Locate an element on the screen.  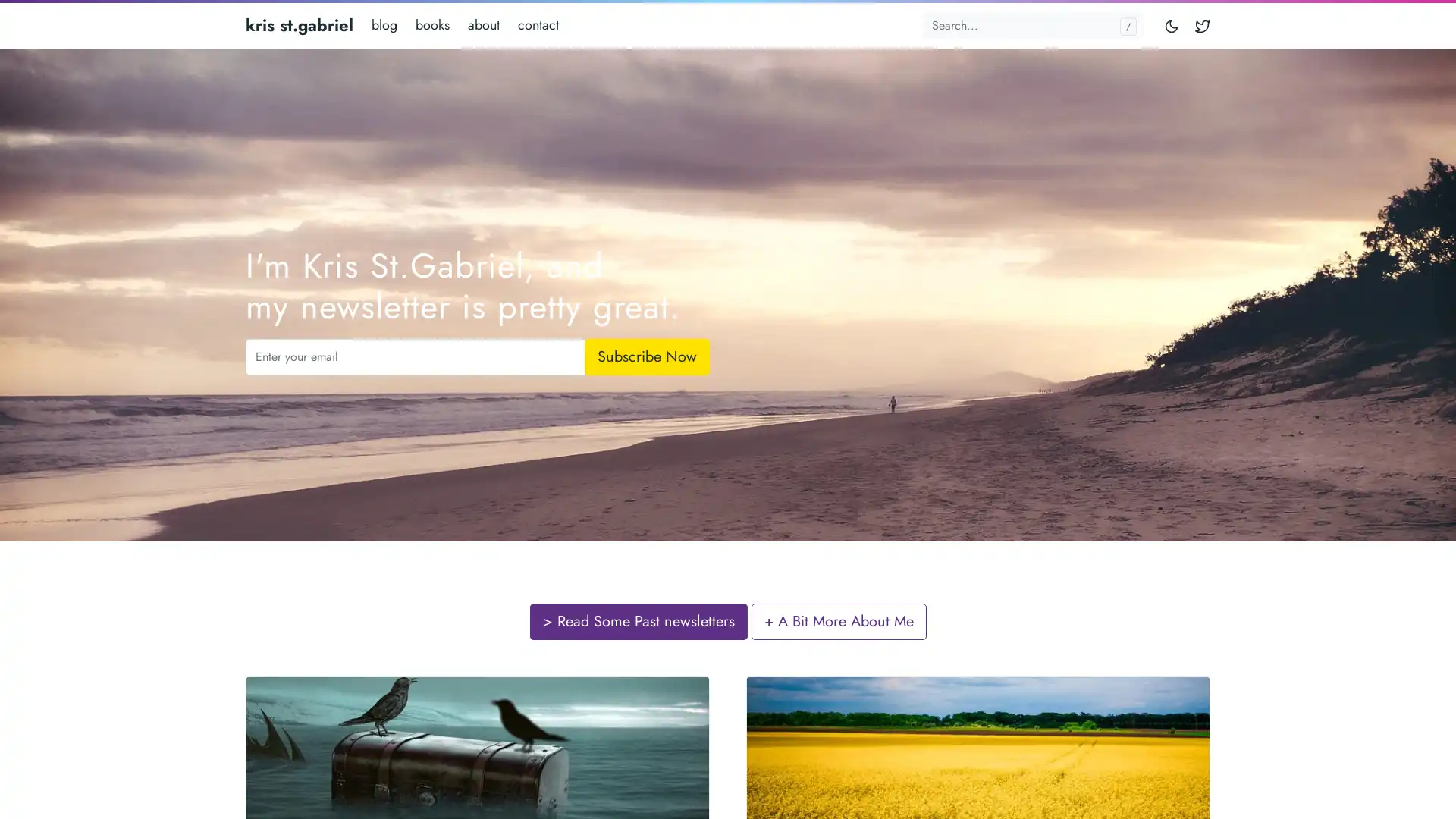
Toggle mode is located at coordinates (1171, 25).